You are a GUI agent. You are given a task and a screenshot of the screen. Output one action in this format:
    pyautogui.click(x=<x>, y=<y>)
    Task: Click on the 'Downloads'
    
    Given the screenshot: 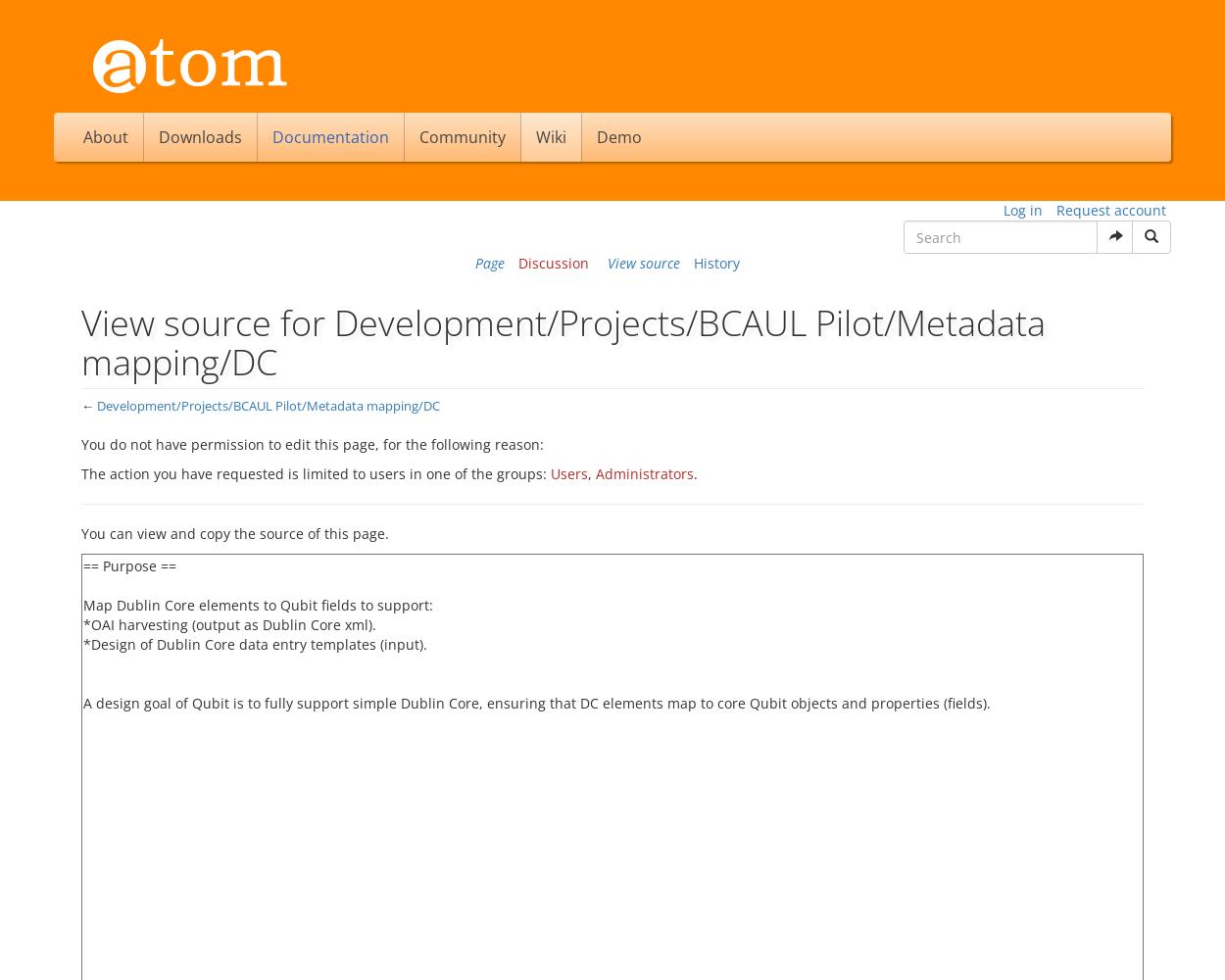 What is the action you would take?
    pyautogui.click(x=199, y=137)
    